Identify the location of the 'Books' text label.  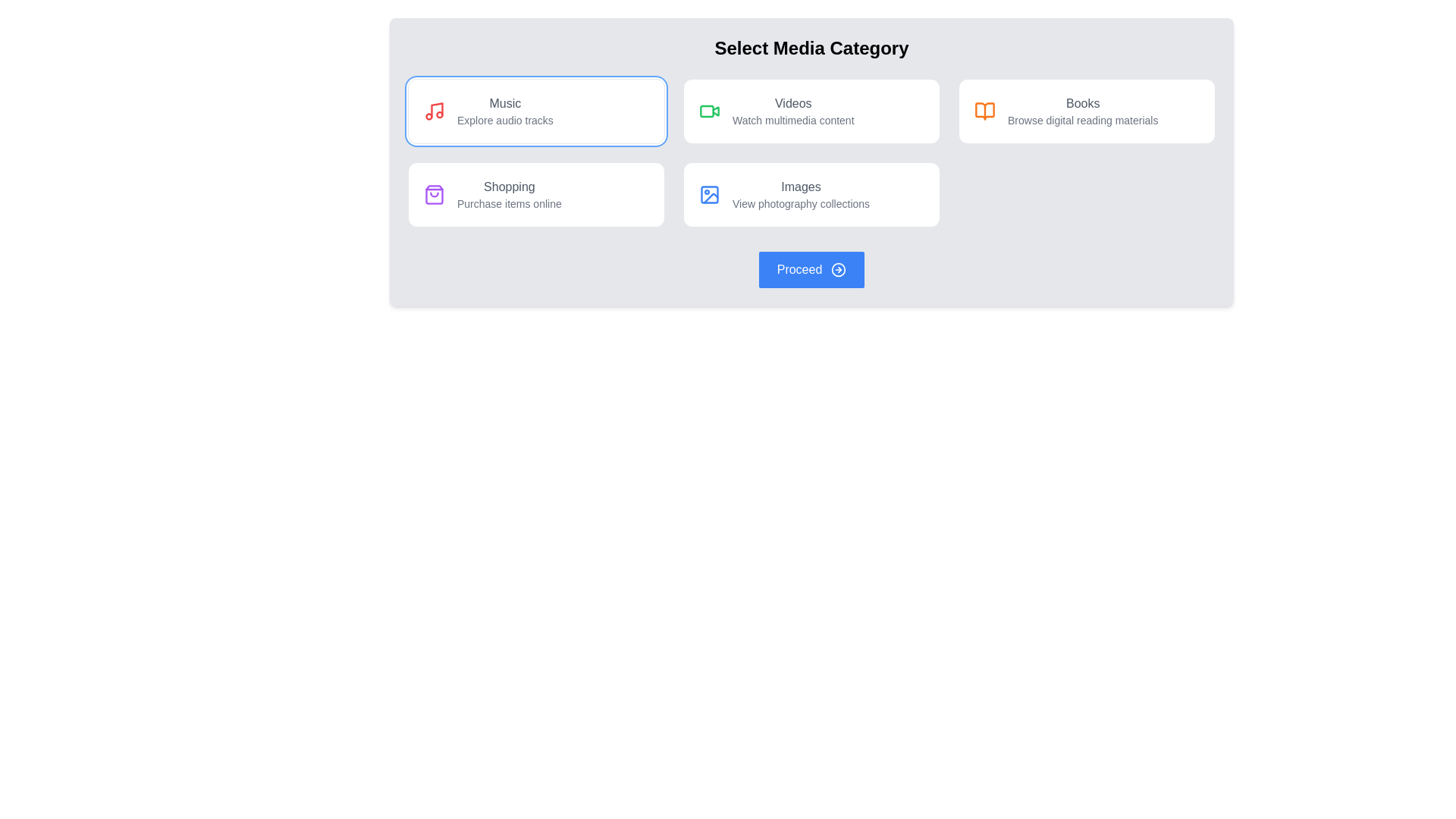
(1082, 103).